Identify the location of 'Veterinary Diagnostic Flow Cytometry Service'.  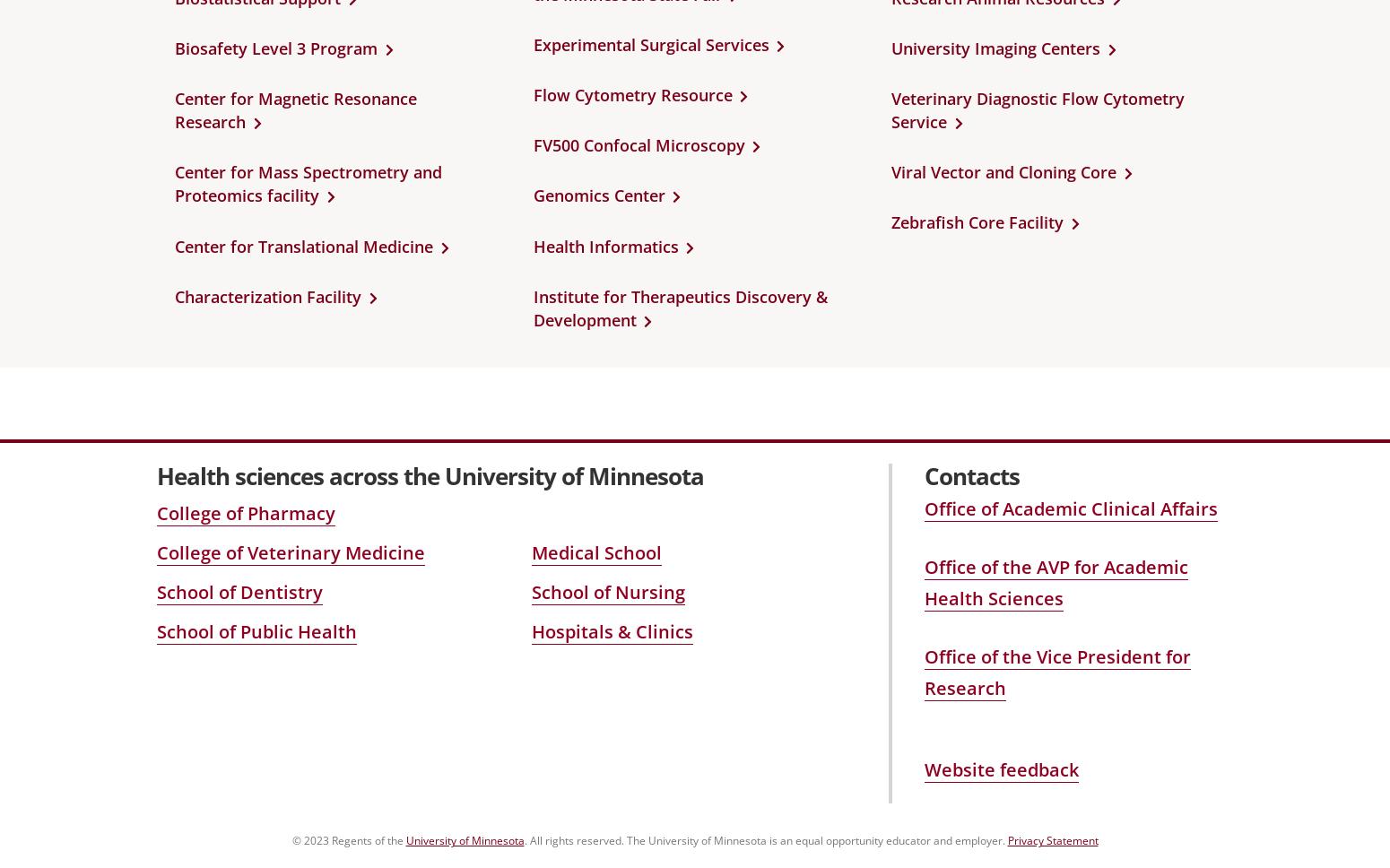
(890, 109).